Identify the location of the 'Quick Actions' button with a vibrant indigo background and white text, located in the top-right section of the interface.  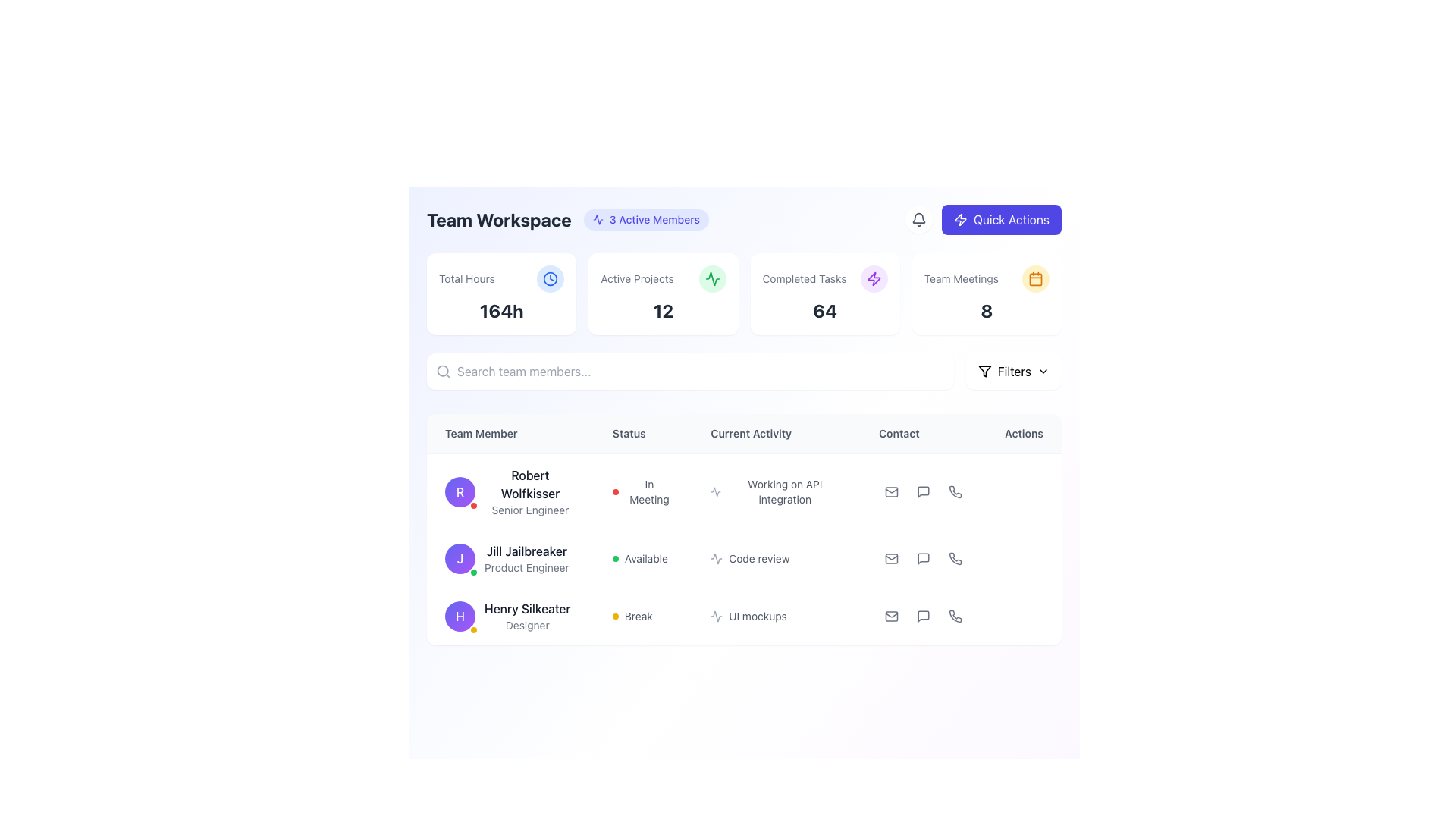
(1001, 219).